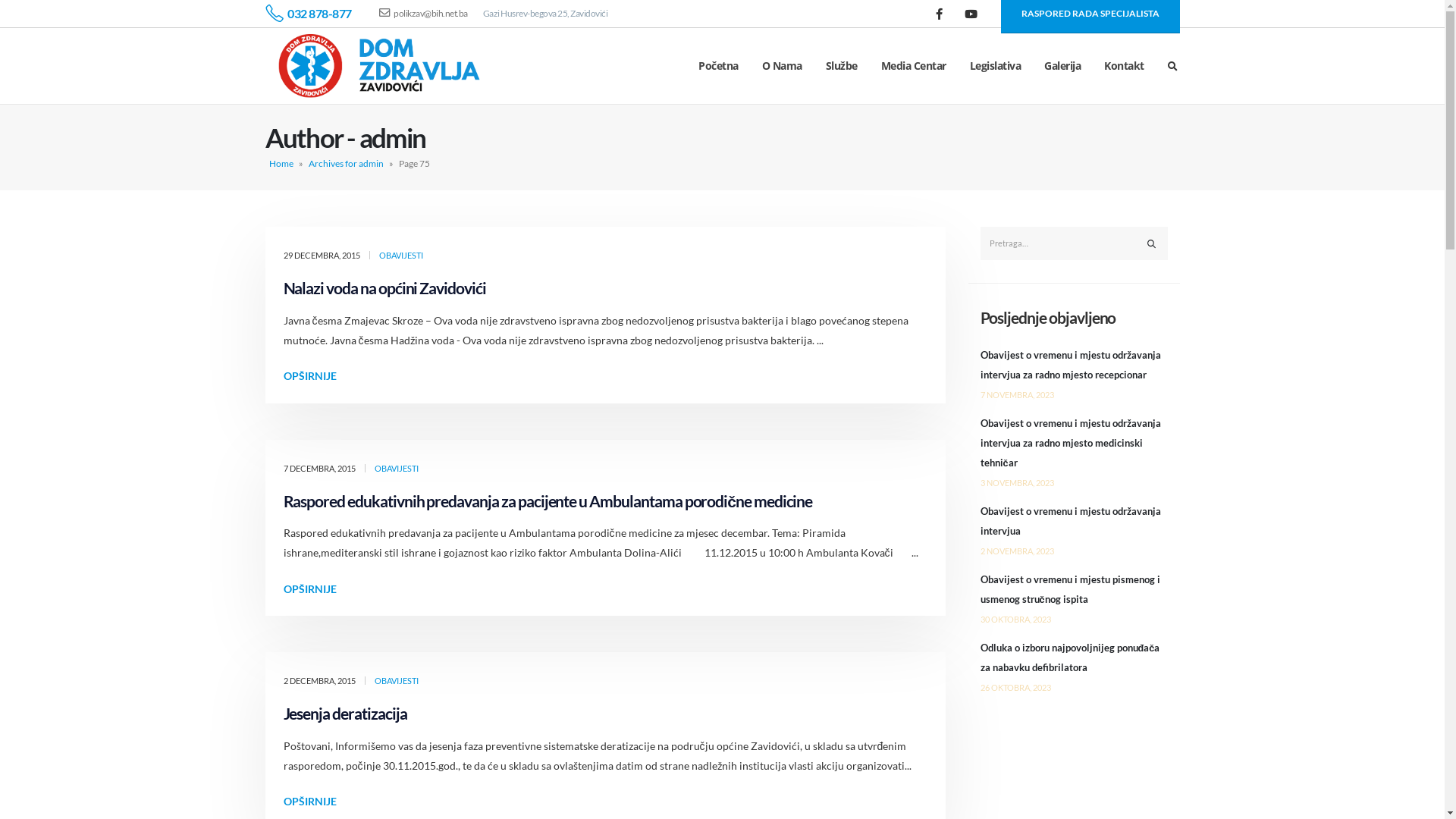 This screenshot has height=819, width=1456. I want to click on 'Archives for admin', so click(344, 163).